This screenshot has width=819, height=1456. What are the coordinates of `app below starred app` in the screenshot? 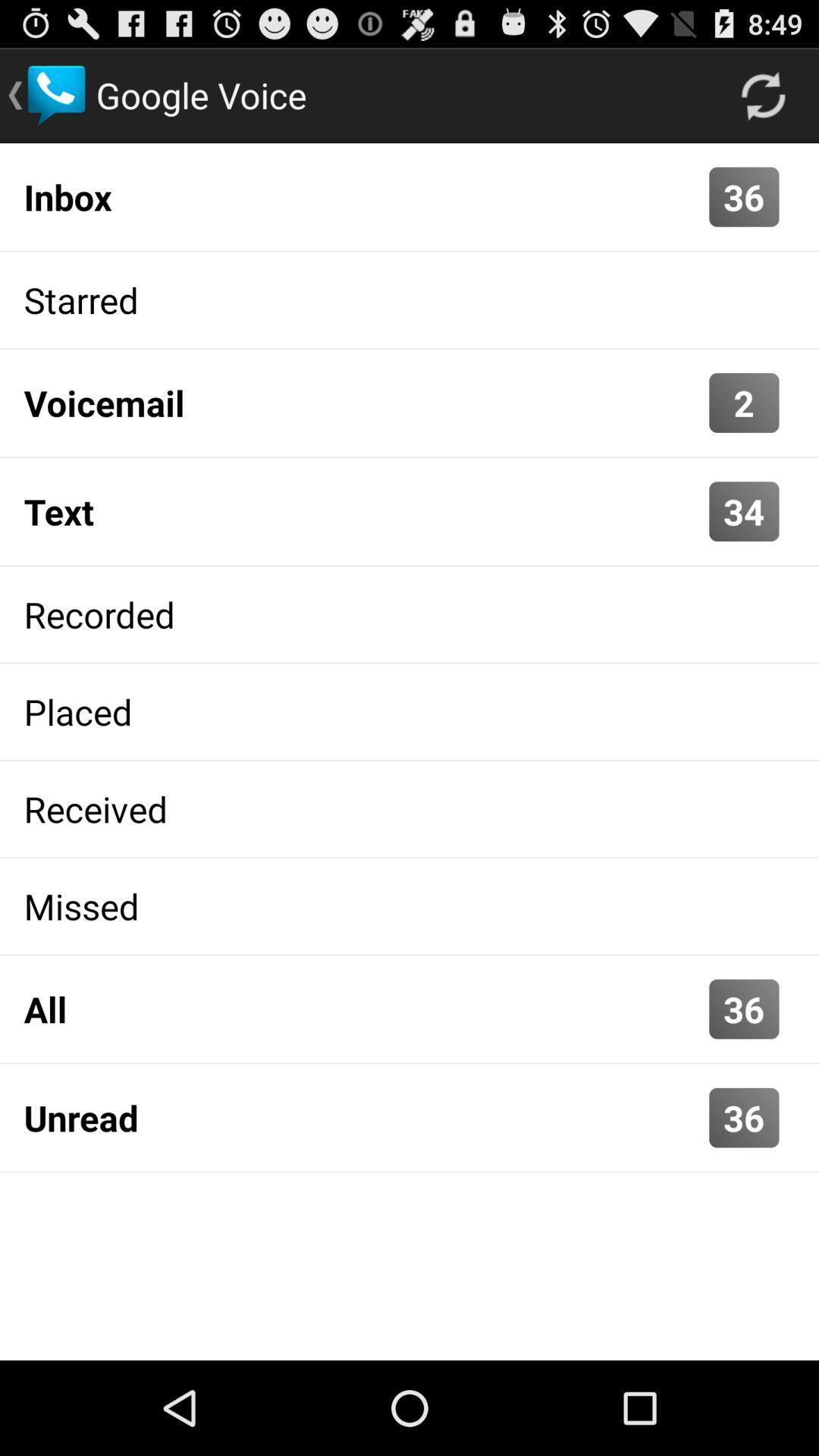 It's located at (362, 403).